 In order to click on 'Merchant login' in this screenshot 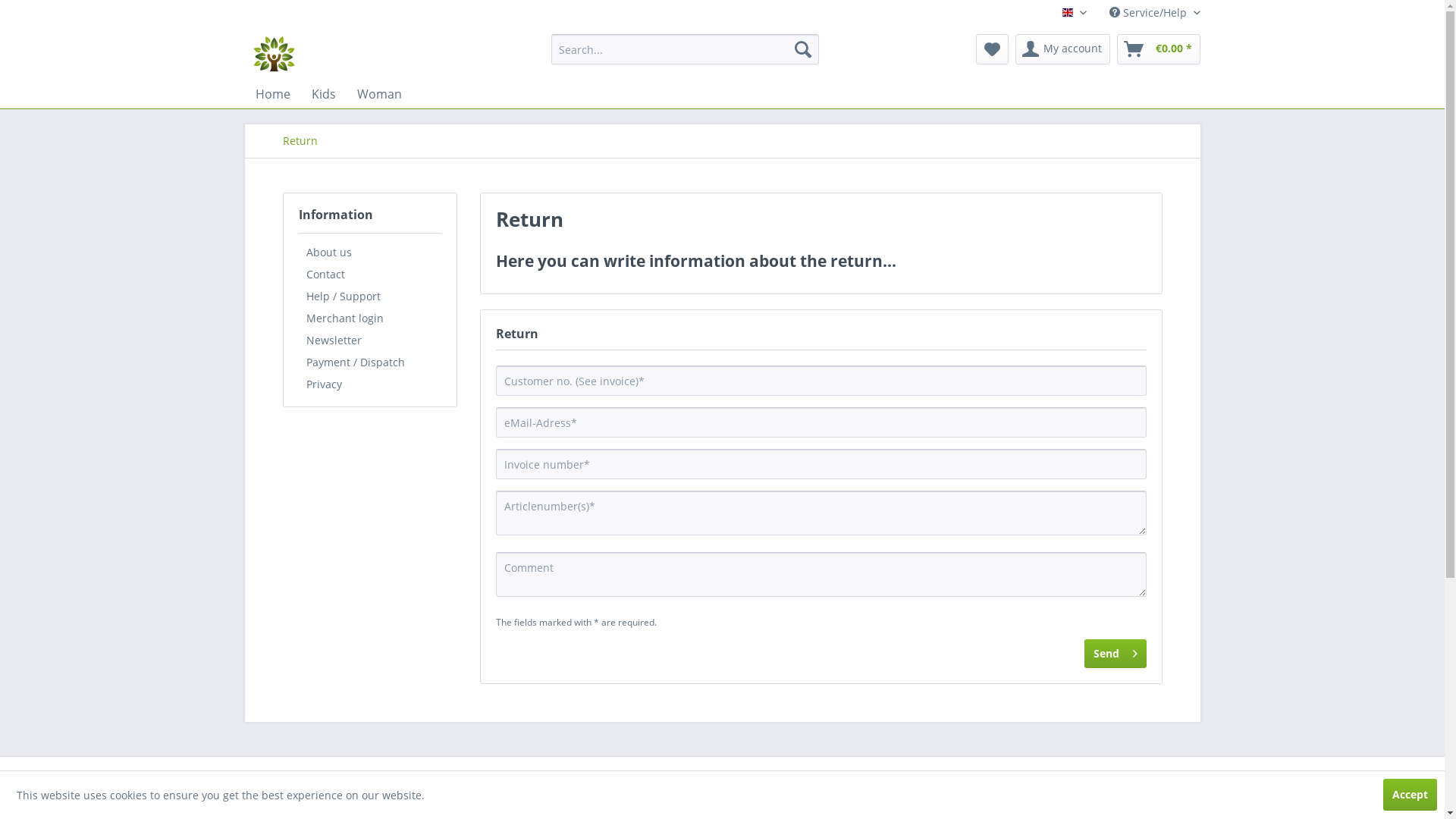, I will do `click(370, 317)`.